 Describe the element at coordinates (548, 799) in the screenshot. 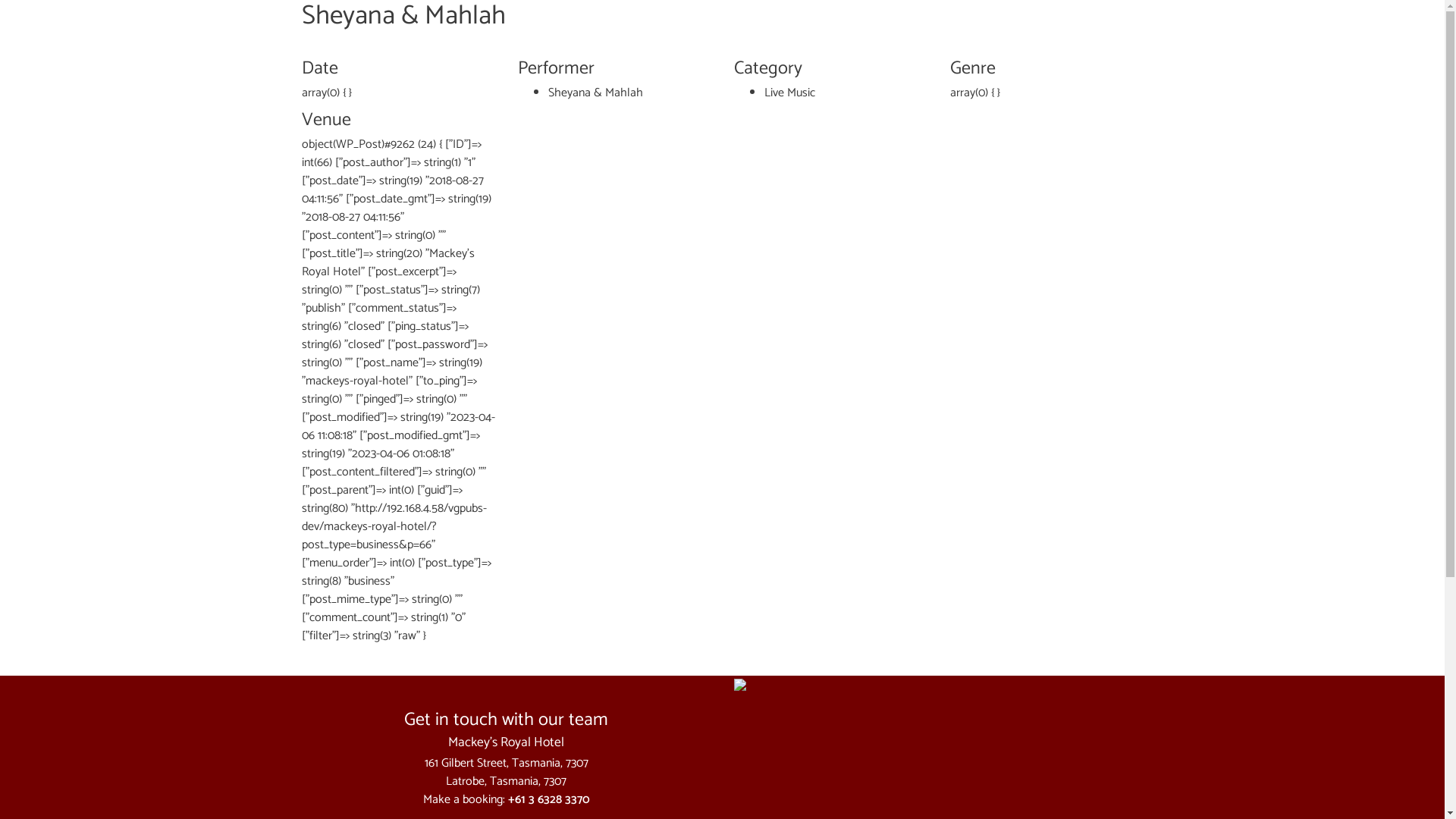

I see `'+61 3 6328 3370'` at that location.